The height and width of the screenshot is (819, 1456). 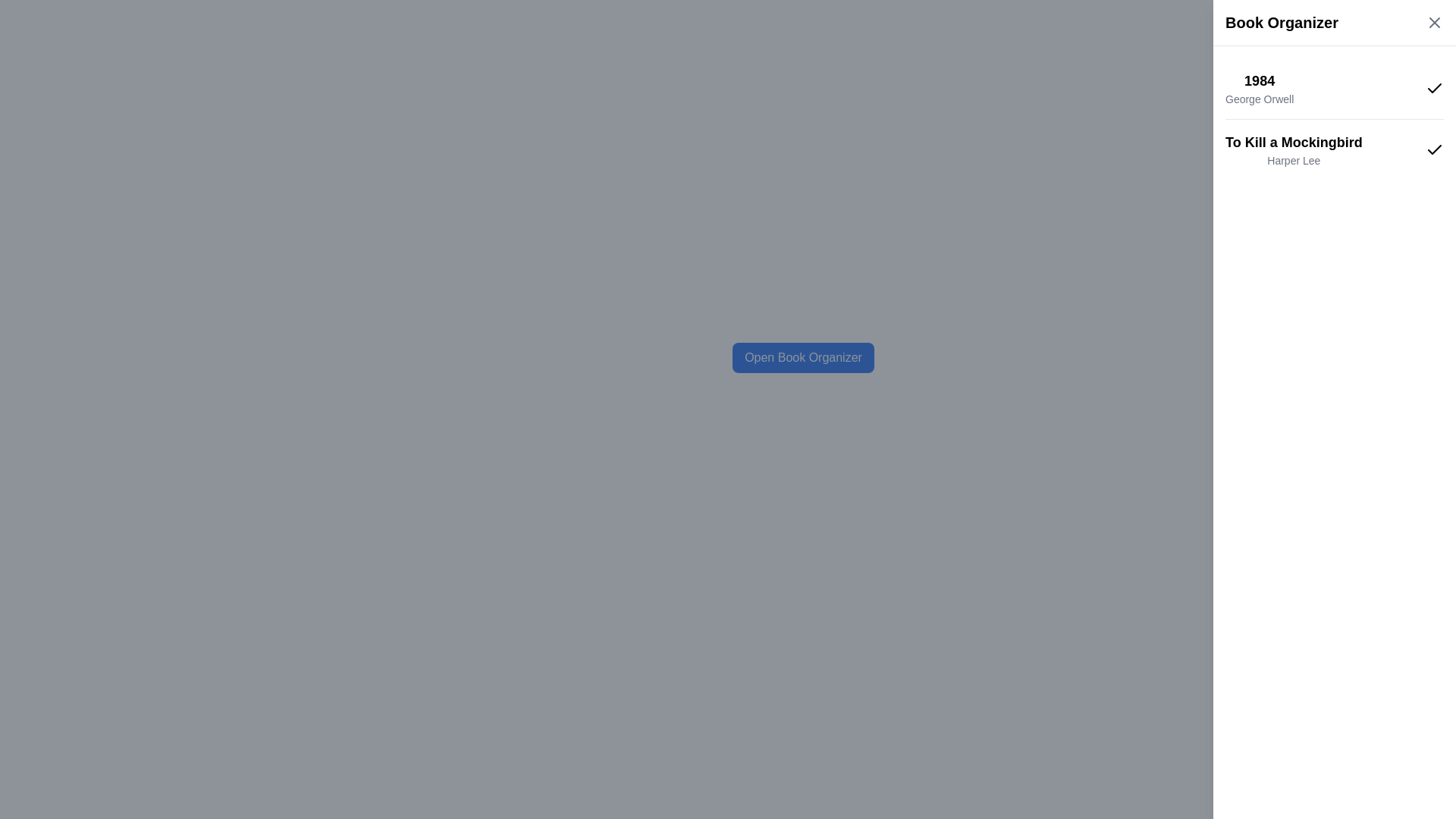 What do you see at coordinates (1433, 149) in the screenshot?
I see `the checkmark icon located in the upper-right corner of the card for 'To Kill a Mockingbird' by Harper Lee` at bounding box center [1433, 149].